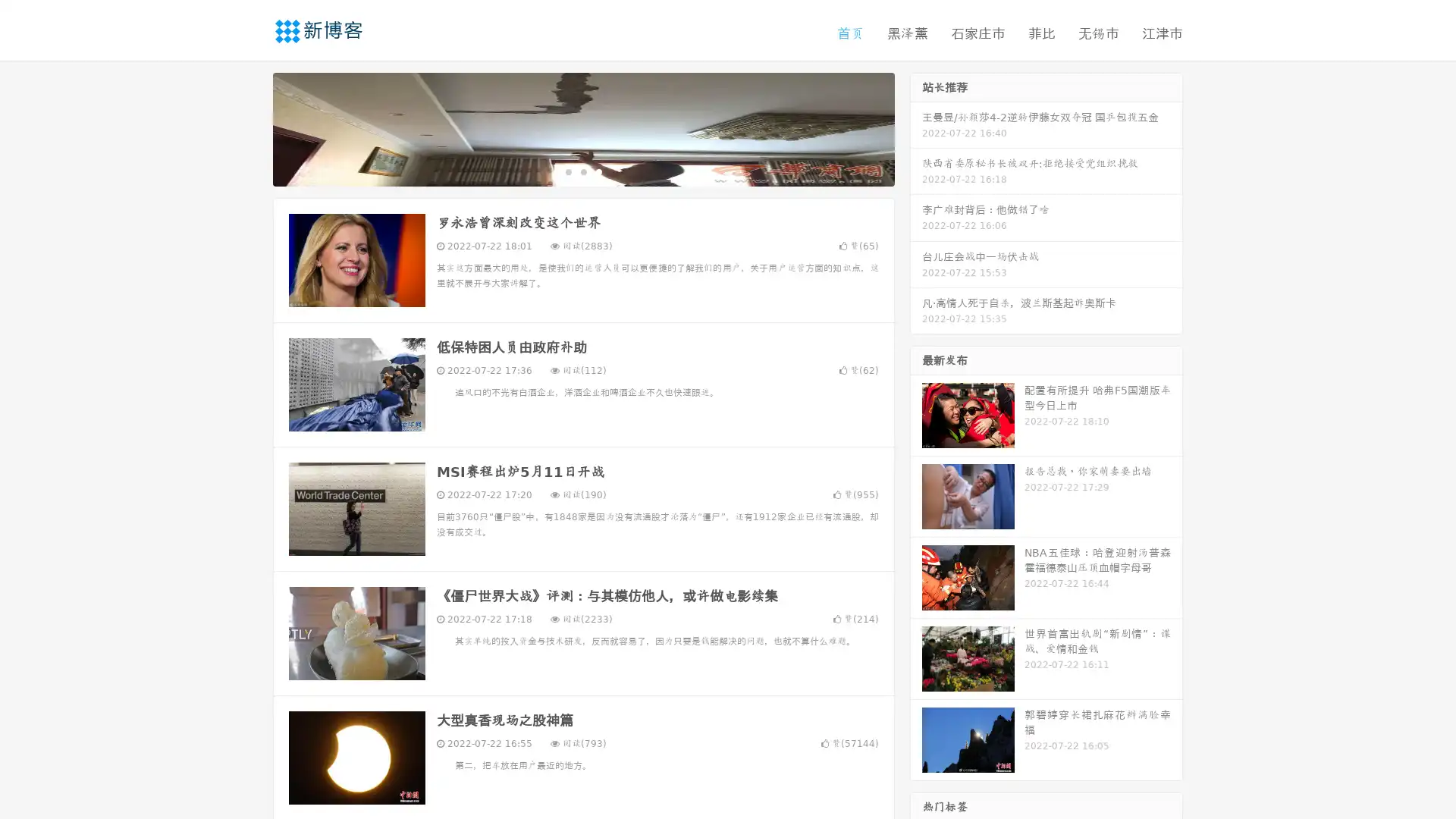 The image size is (1456, 819). Describe the element at coordinates (567, 171) in the screenshot. I see `Go to slide 1` at that location.